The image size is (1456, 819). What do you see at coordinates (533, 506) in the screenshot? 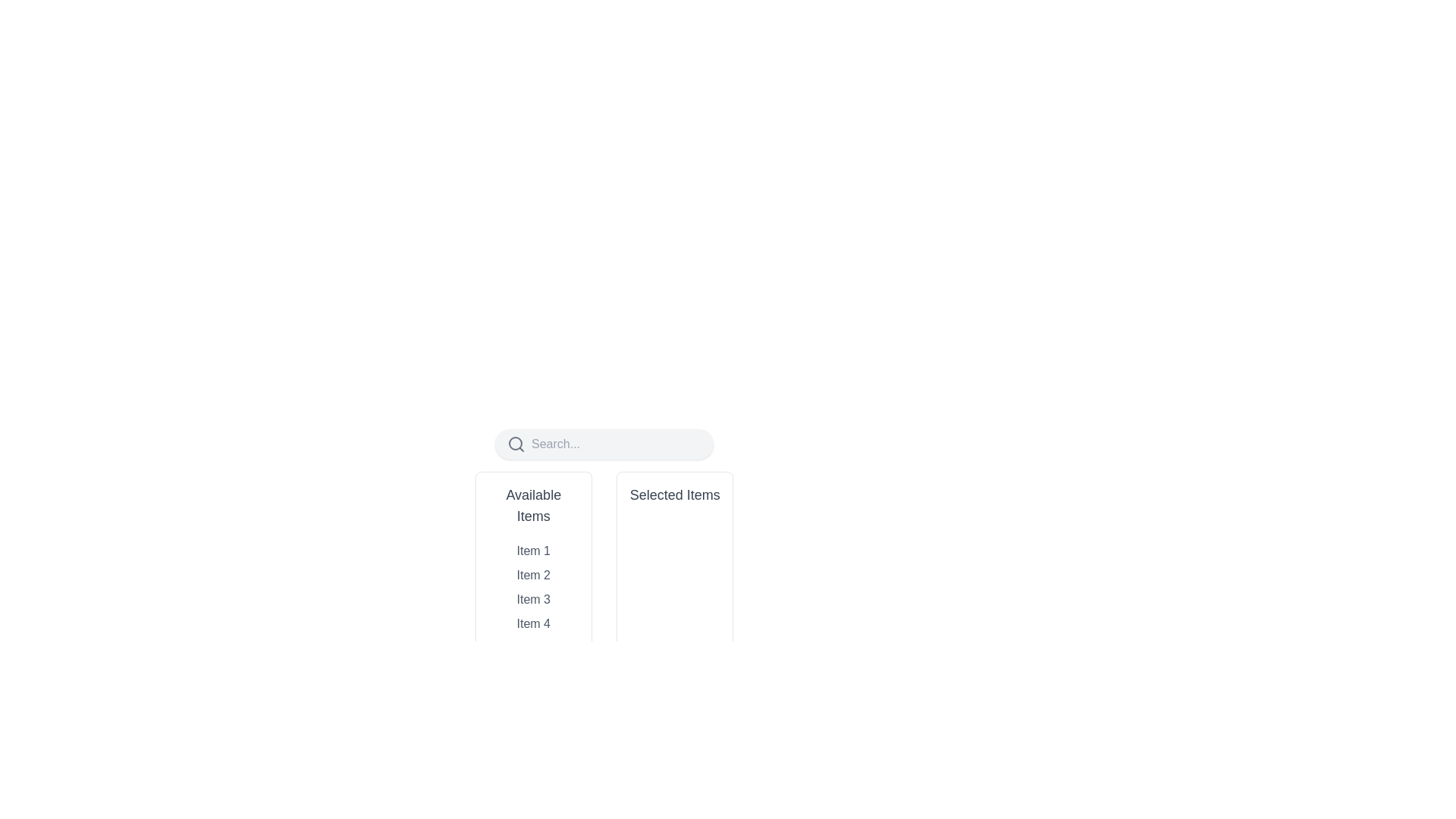
I see `the text label heading displaying 'Available Items', which is bold, larger, and gray, located at the top of the item list panel` at bounding box center [533, 506].